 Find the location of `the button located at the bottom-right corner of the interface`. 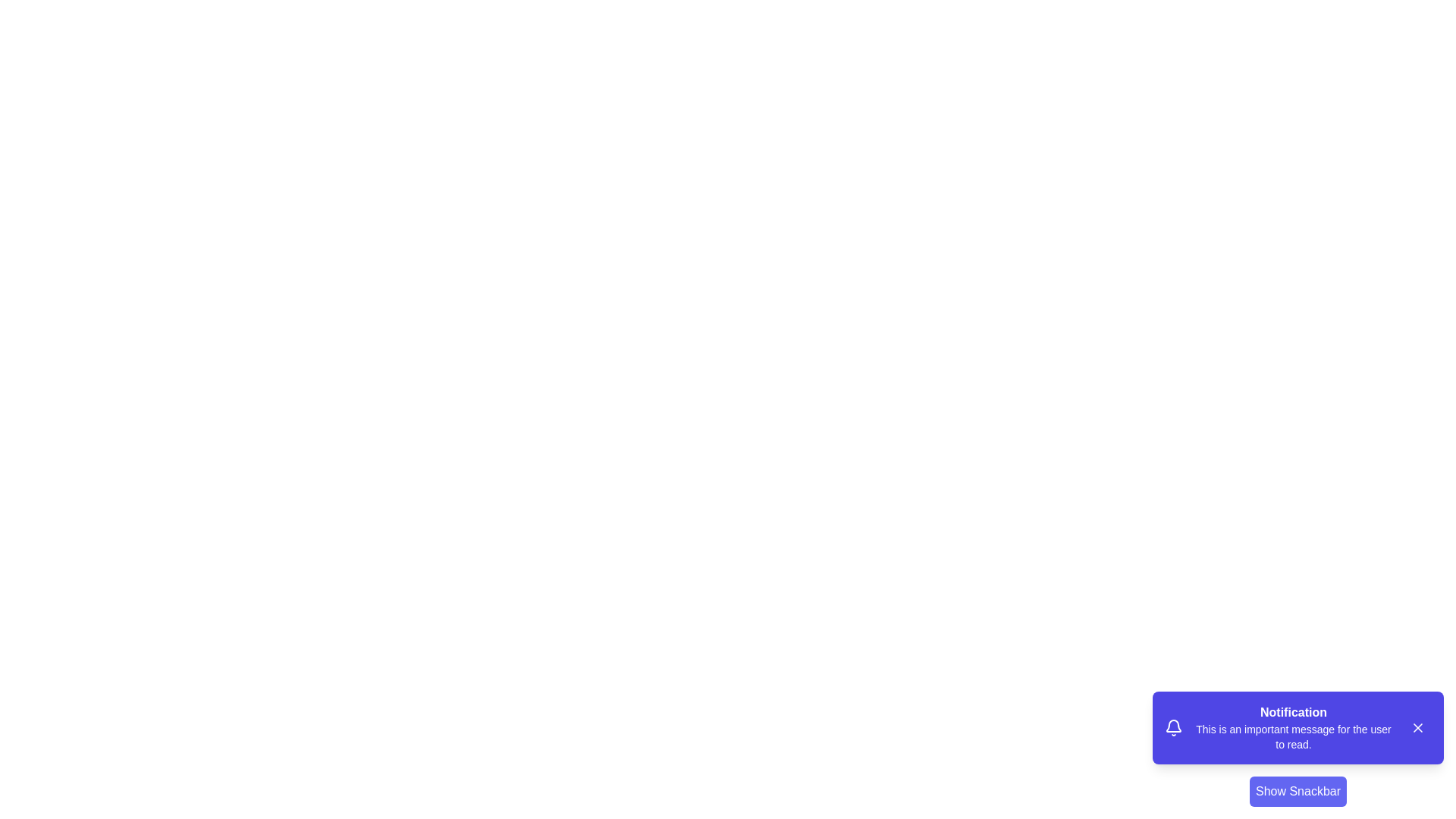

the button located at the bottom-right corner of the interface is located at coordinates (1298, 791).